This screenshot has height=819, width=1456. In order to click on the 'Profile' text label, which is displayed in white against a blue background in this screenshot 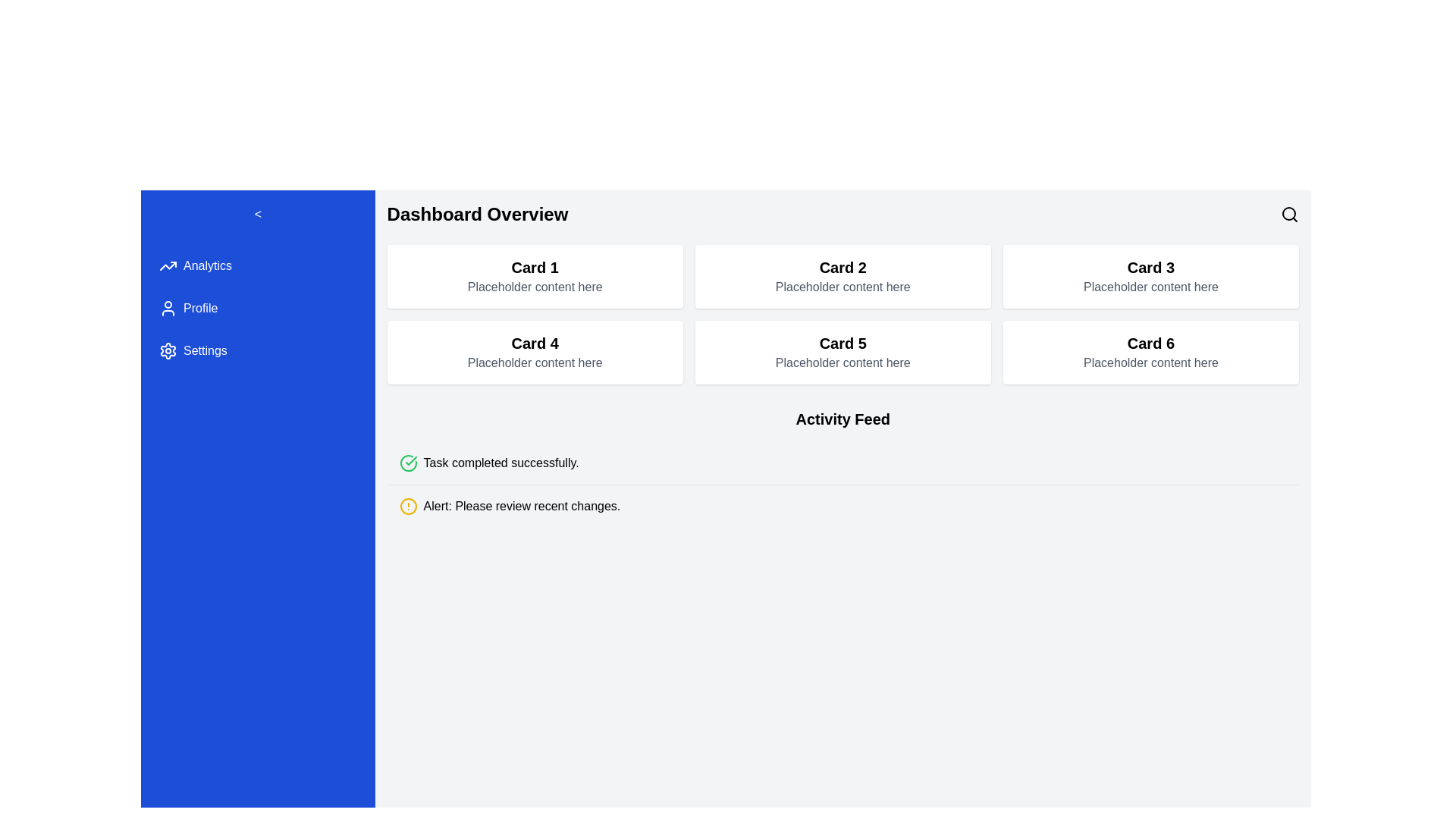, I will do `click(199, 308)`.